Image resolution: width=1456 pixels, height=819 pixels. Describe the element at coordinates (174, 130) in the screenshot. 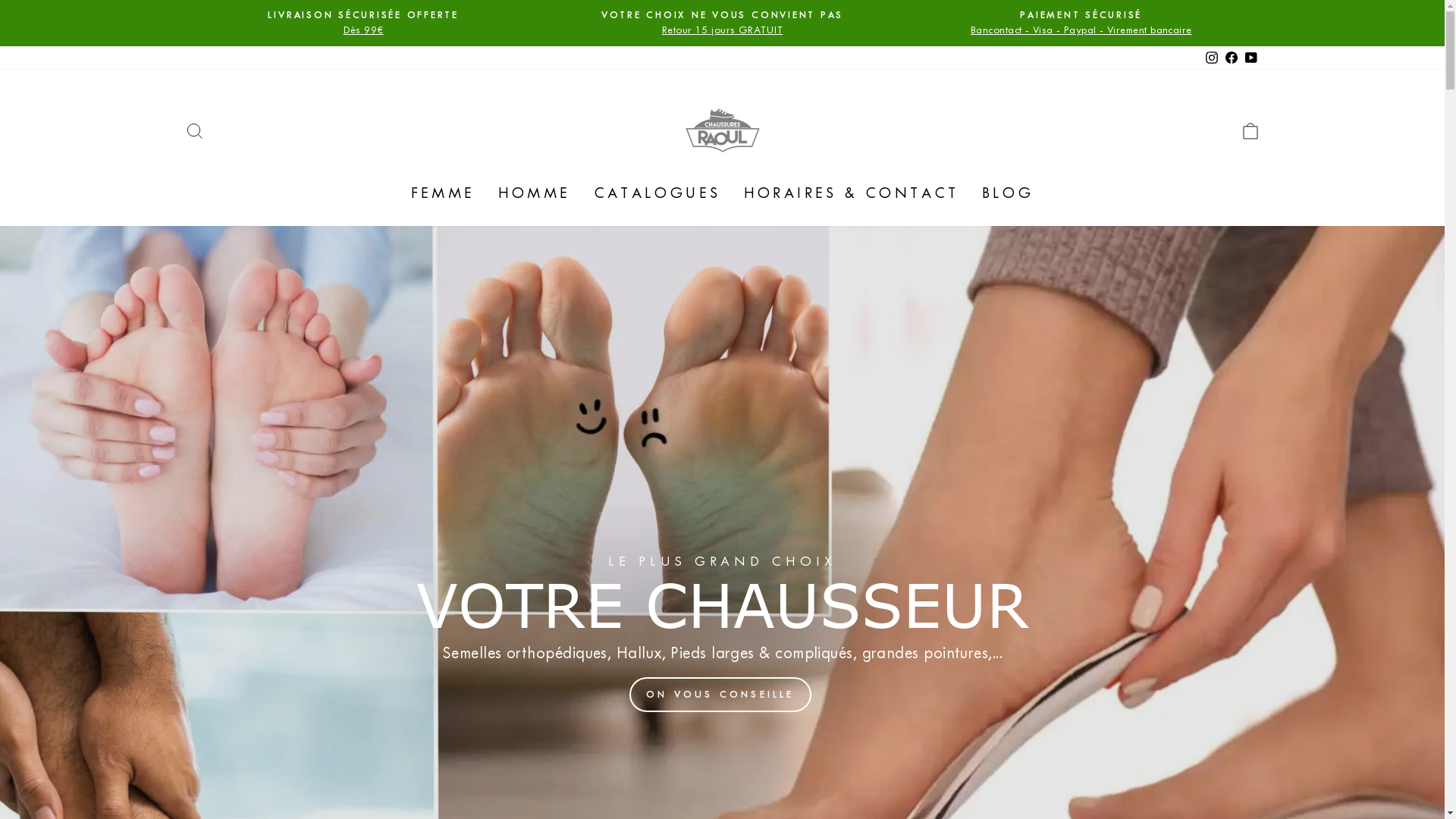

I see `'RECHERCHER'` at that location.